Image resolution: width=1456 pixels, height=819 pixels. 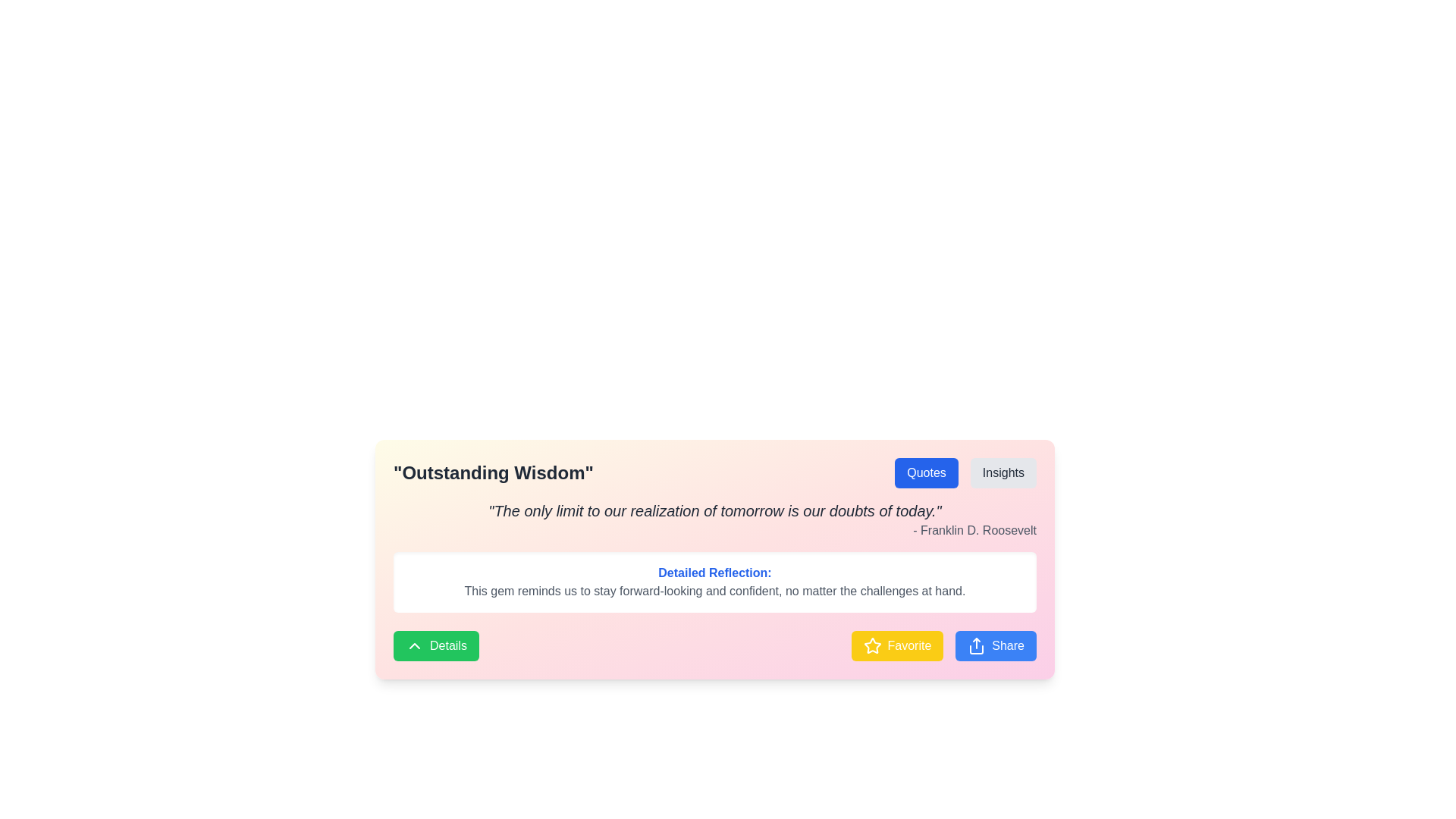 I want to click on the italicized quote text element that reads: 'The only limit to our realization of tomorrow is our doubts of today.', so click(x=714, y=511).